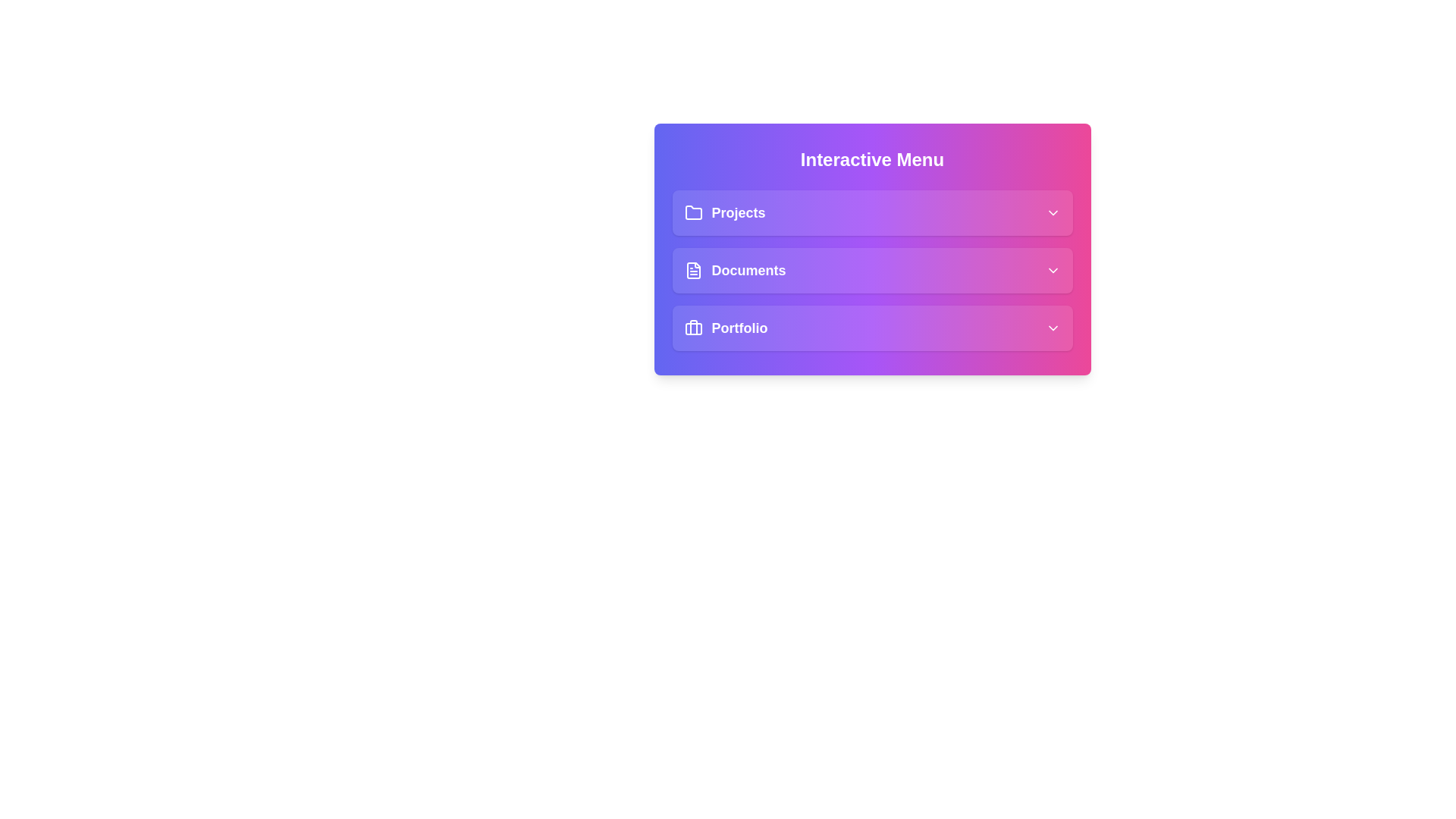  I want to click on the dropdown indicator icon, which is a downward-pointing chevron located on the far-right side of the 'Portfolio' row in the interactive menu, so click(1052, 327).